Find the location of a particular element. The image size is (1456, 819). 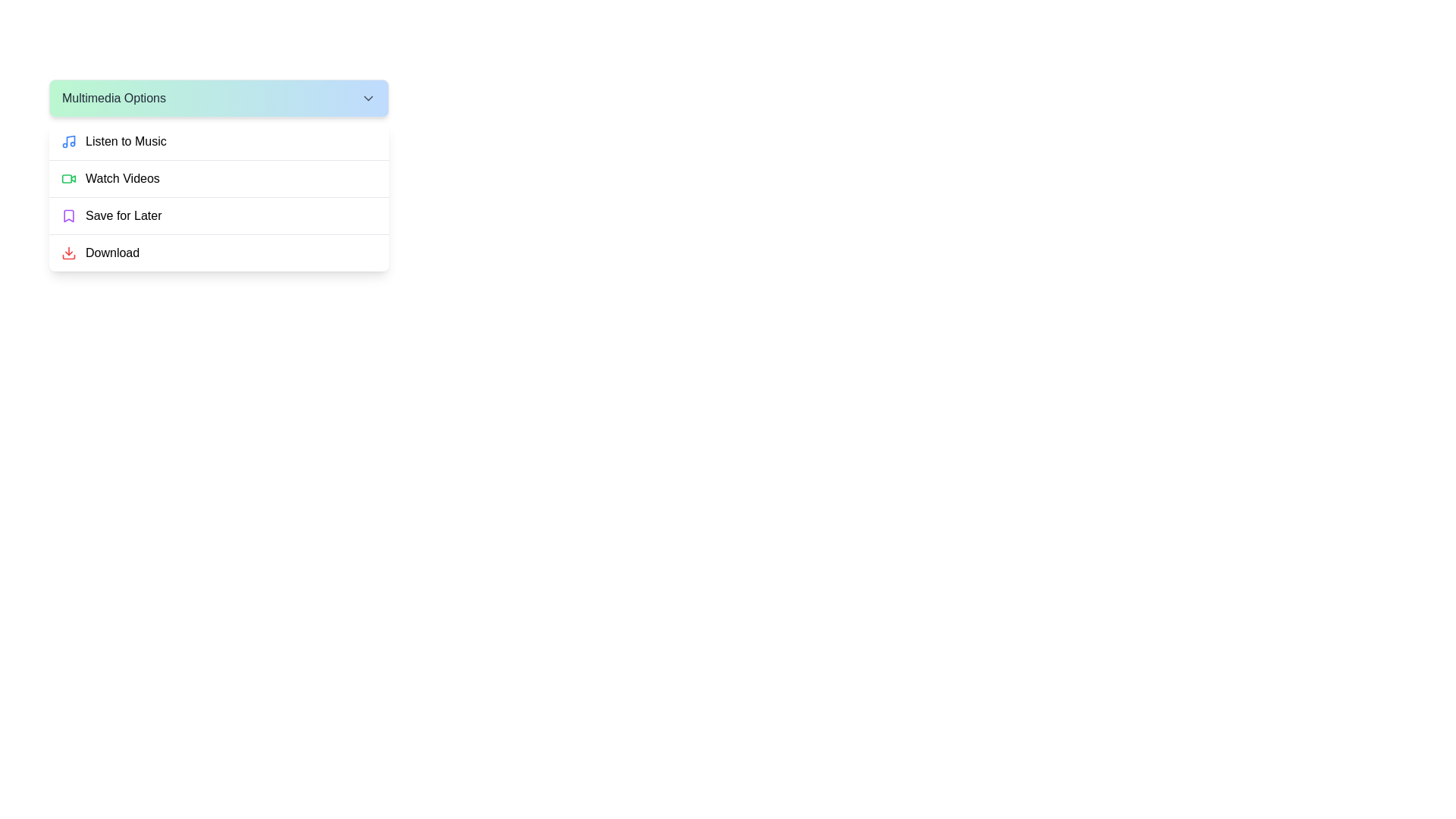

the bookmark-shaped icon filled with a purple hue associated with the 'Save for Later' option in the dropdown menu under 'Multimedia Options' is located at coordinates (68, 216).